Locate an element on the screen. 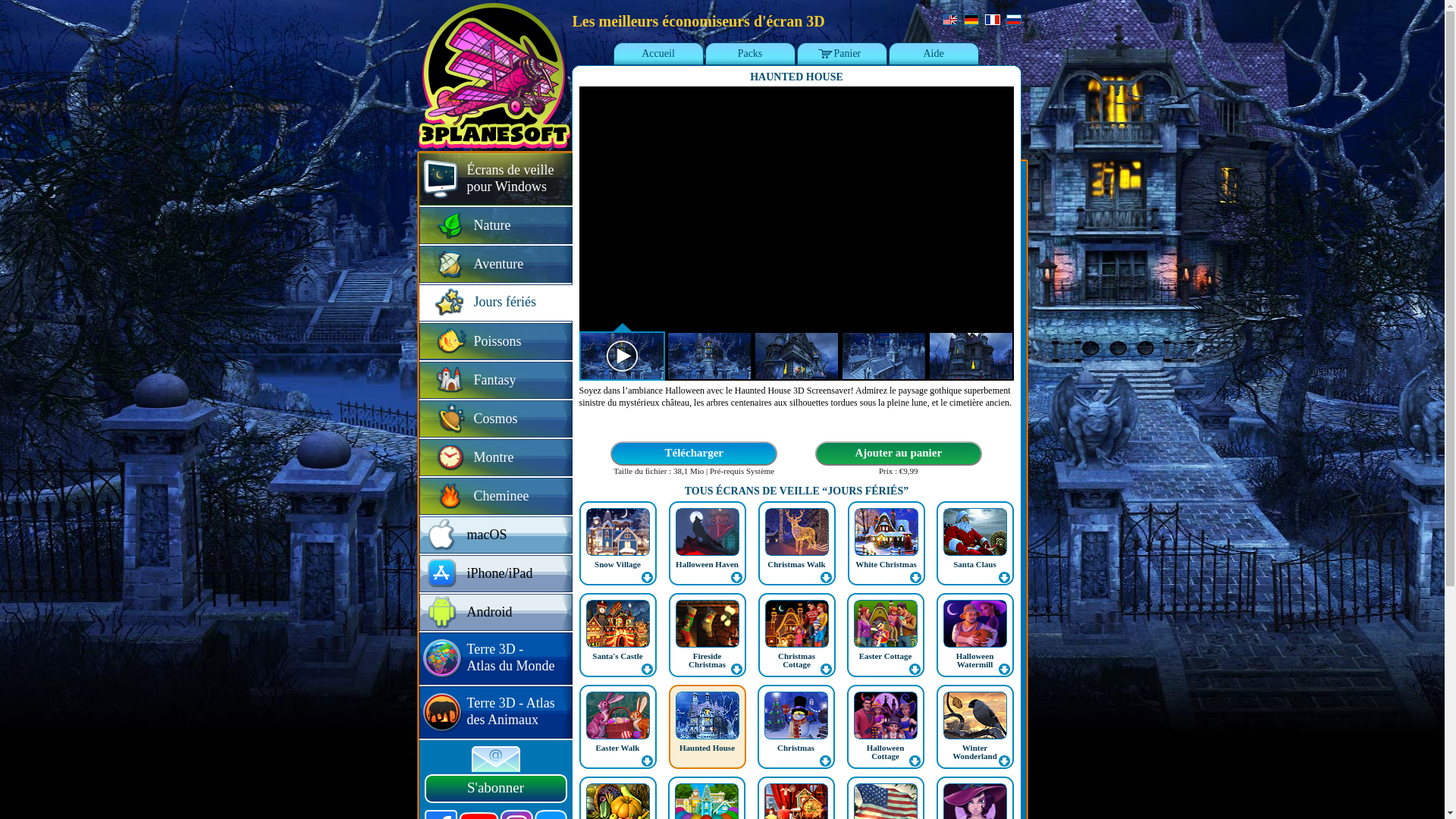 The width and height of the screenshot is (1456, 819). 'Packs' is located at coordinates (749, 54).